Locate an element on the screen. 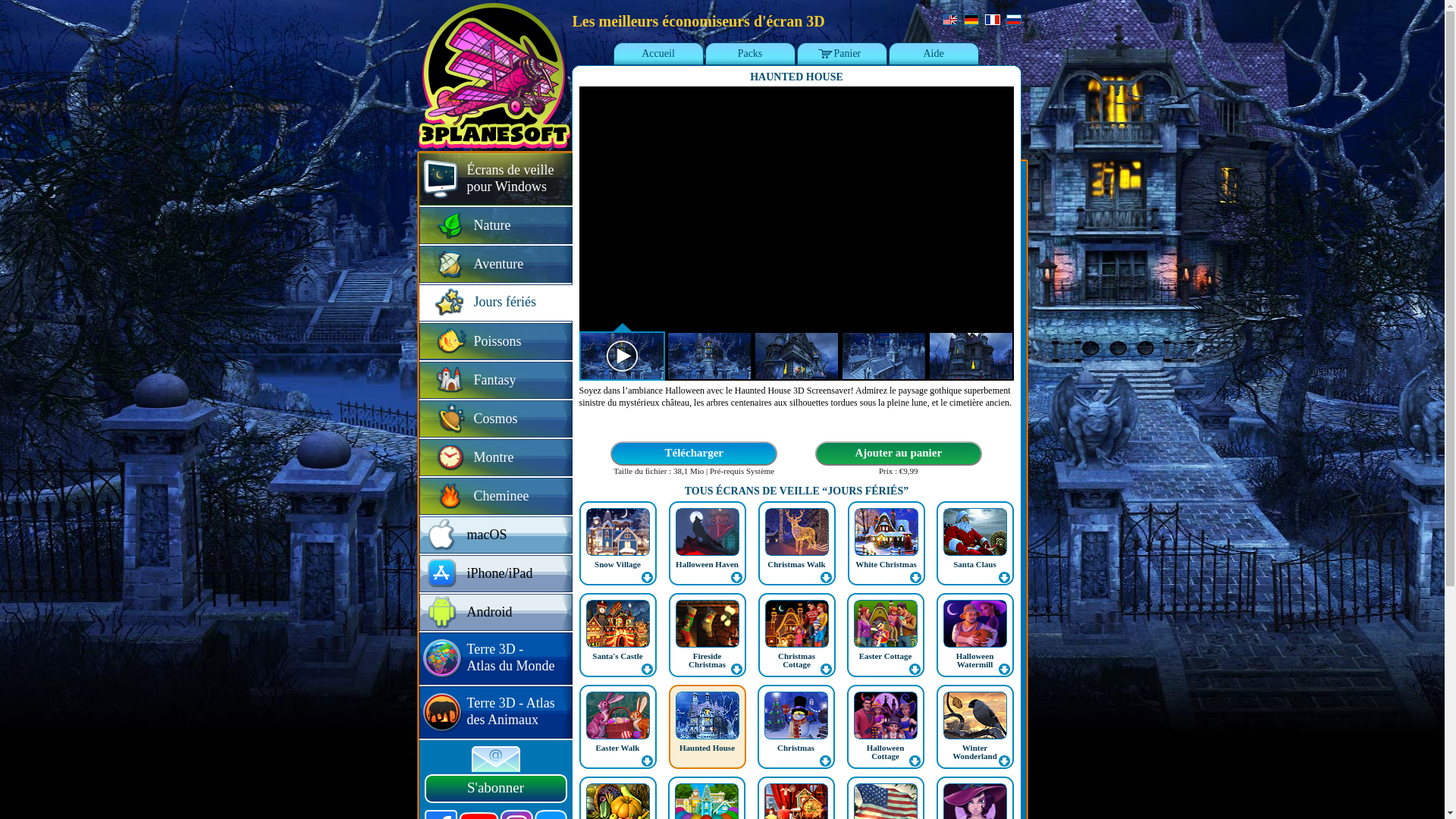 The width and height of the screenshot is (1456, 819). 'Packs' is located at coordinates (749, 54).